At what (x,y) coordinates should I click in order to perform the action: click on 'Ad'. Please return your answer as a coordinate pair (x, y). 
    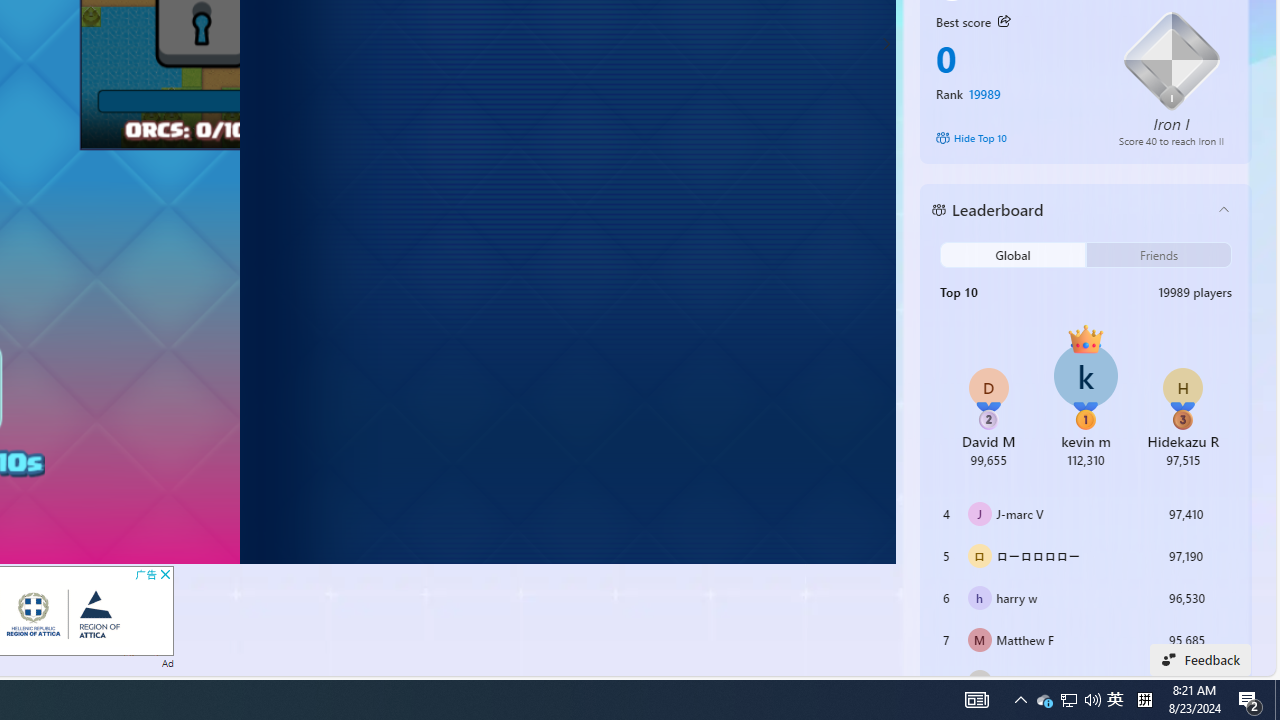
    Looking at the image, I should click on (167, 662).